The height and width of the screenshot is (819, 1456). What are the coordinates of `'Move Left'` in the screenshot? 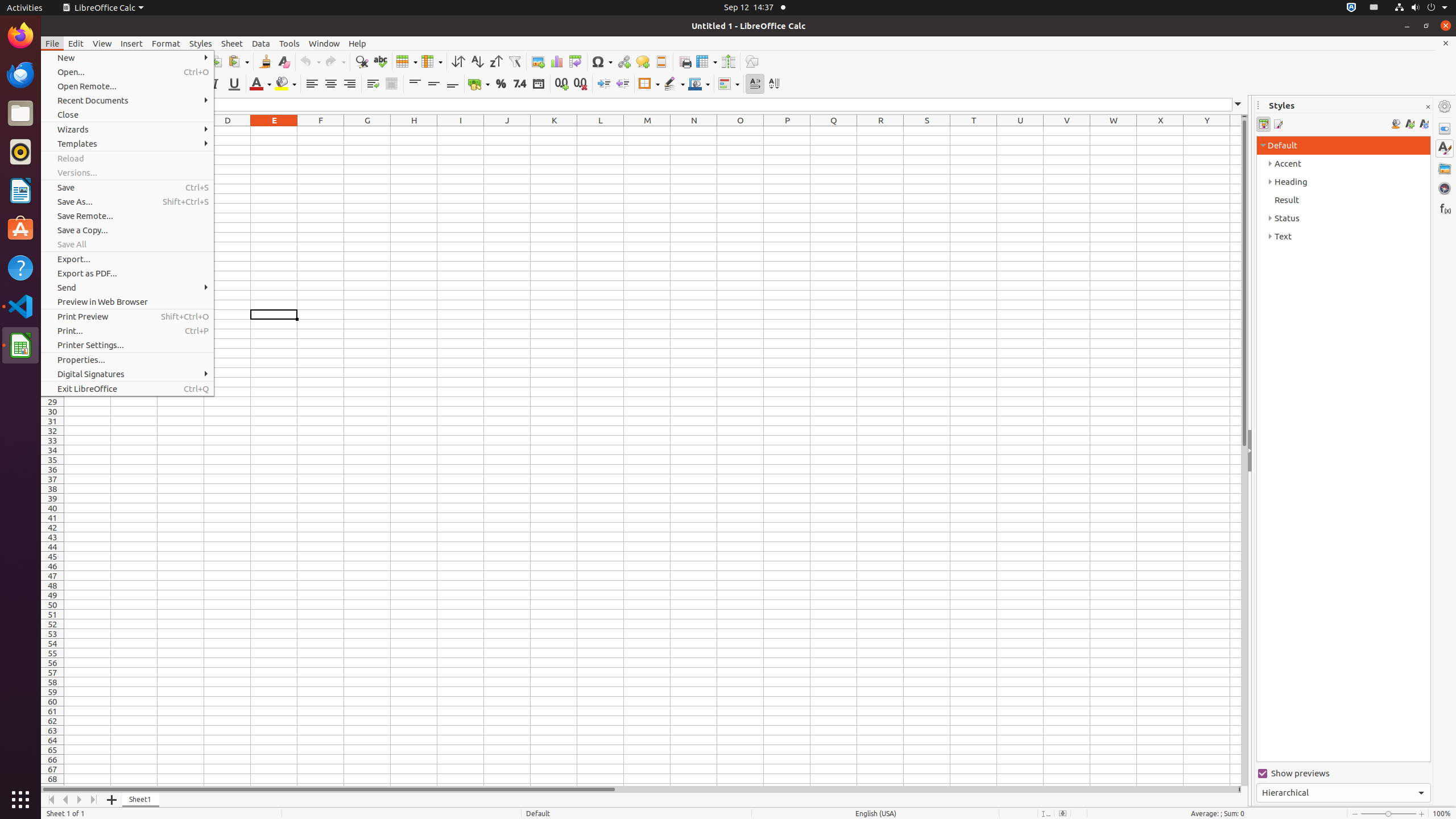 It's located at (65, 799).